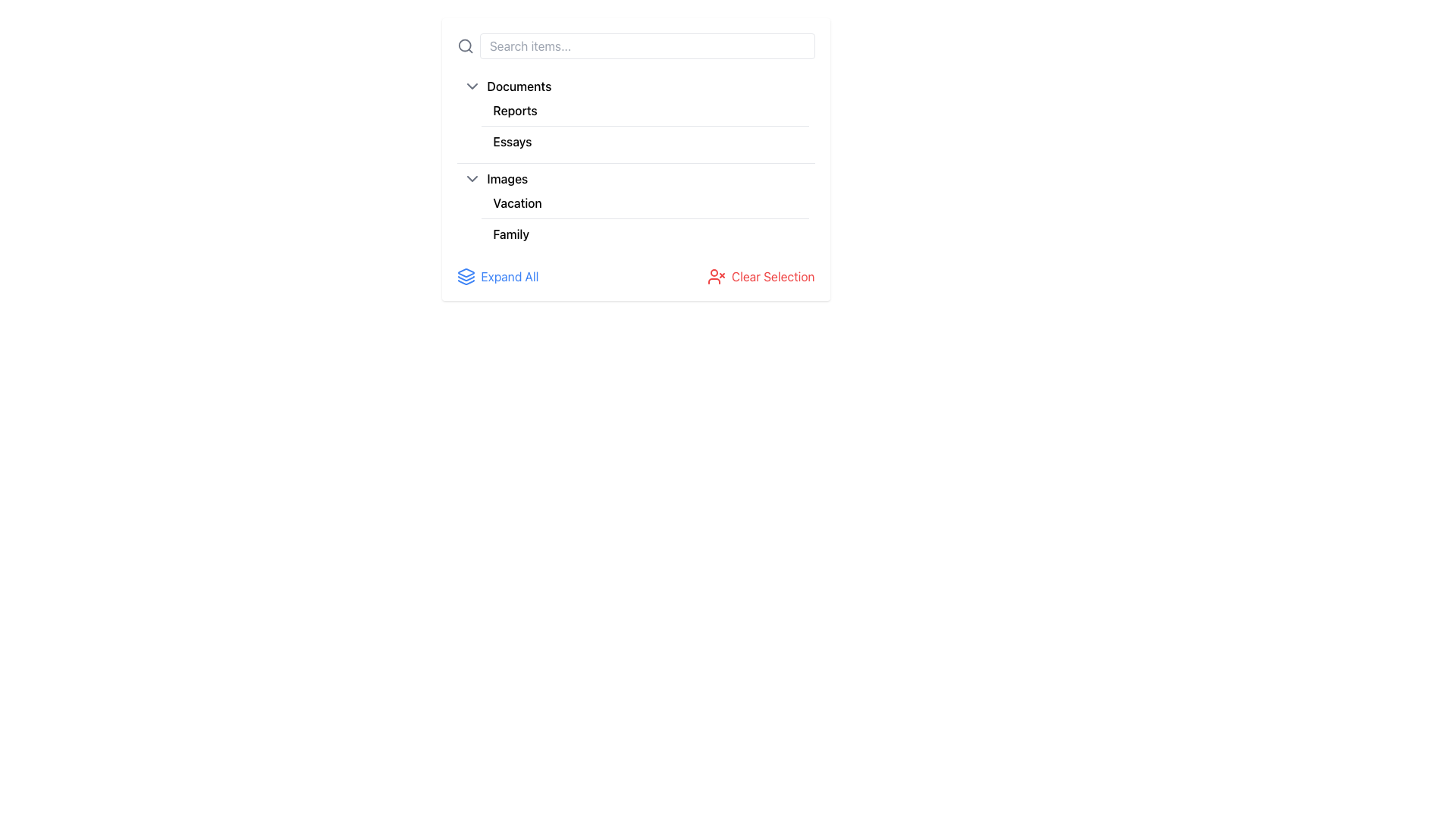 This screenshot has width=1456, height=819. What do you see at coordinates (645, 218) in the screenshot?
I see `the 'Vacation' and 'Family' List Item Pair element located` at bounding box center [645, 218].